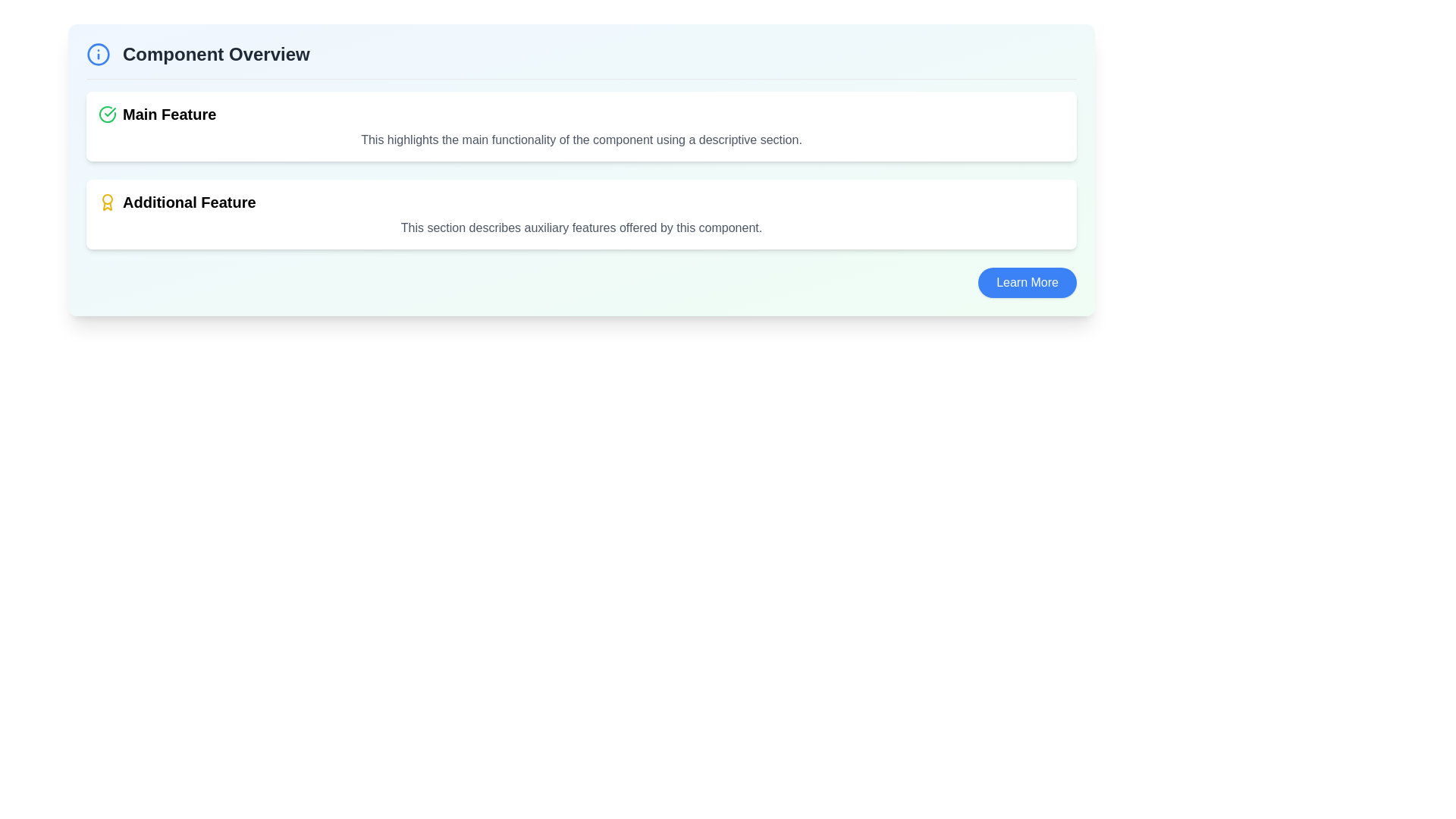 The width and height of the screenshot is (1456, 819). I want to click on the SVG circle element that represents the graphical part of the info icon located in the top-left area of the Component Overview section, so click(97, 54).